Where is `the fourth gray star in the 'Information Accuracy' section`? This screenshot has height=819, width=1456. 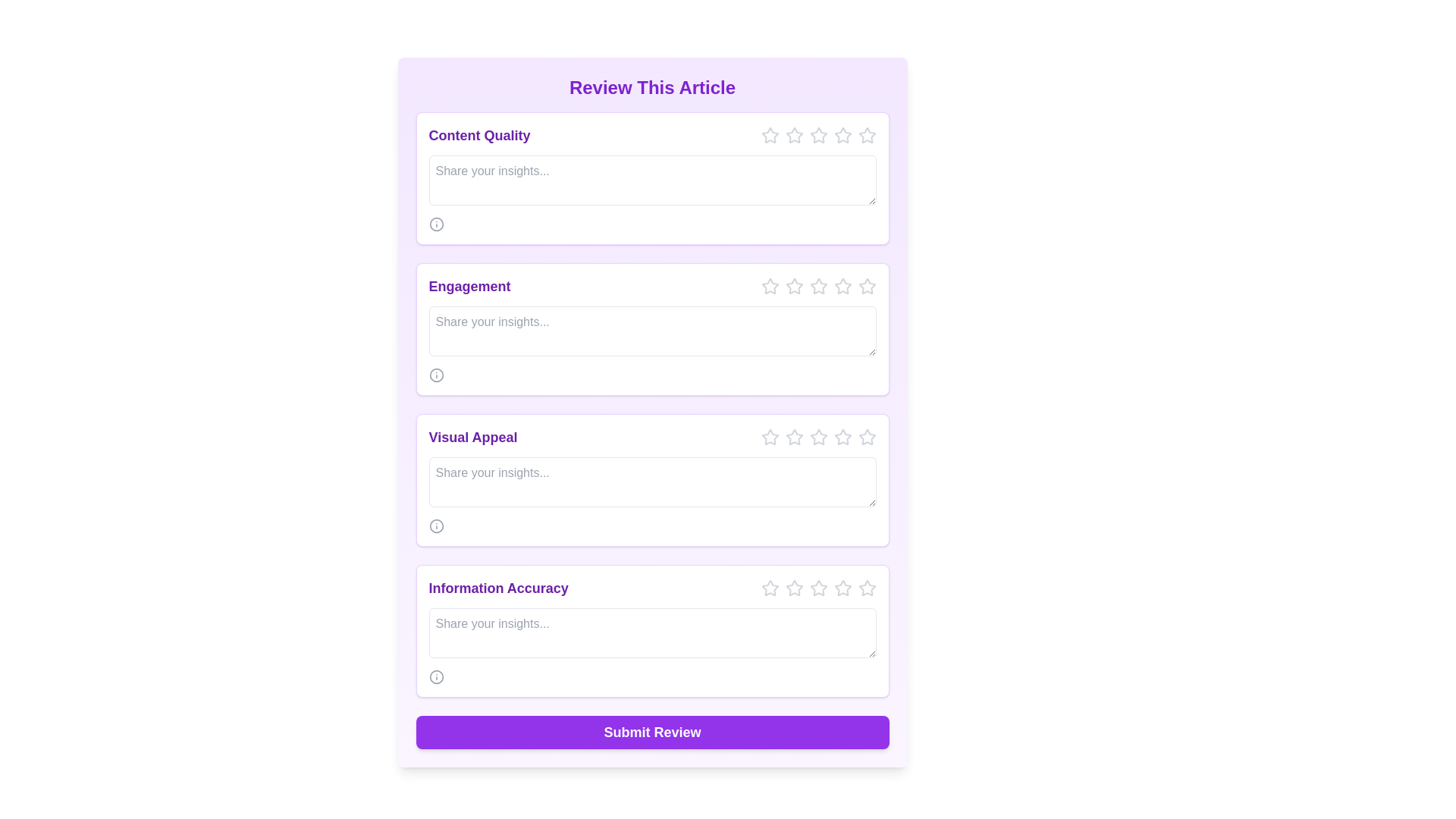 the fourth gray star in the 'Information Accuracy' section is located at coordinates (817, 587).